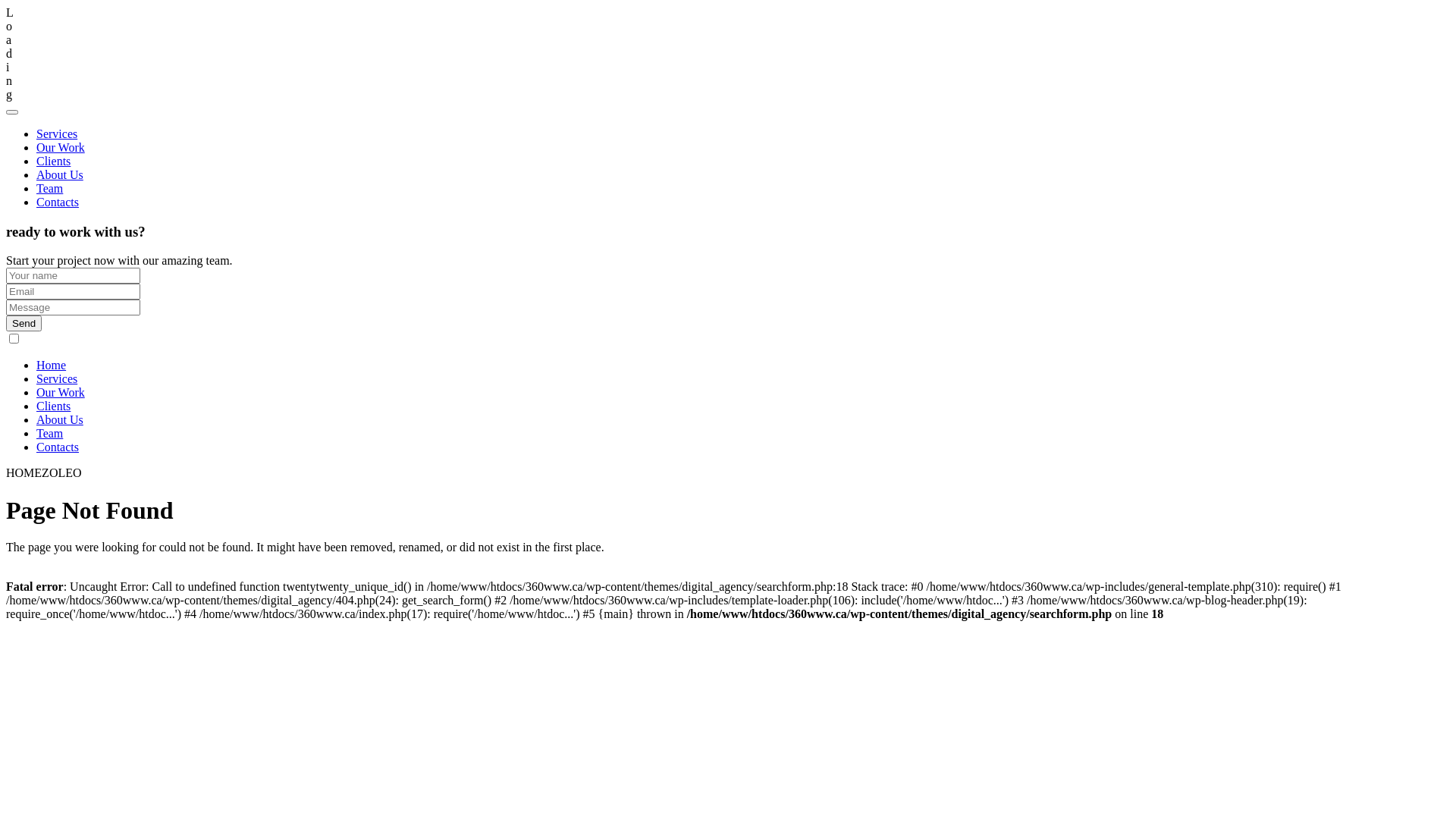 This screenshot has height=819, width=1456. Describe the element at coordinates (36, 133) in the screenshot. I see `'Services'` at that location.